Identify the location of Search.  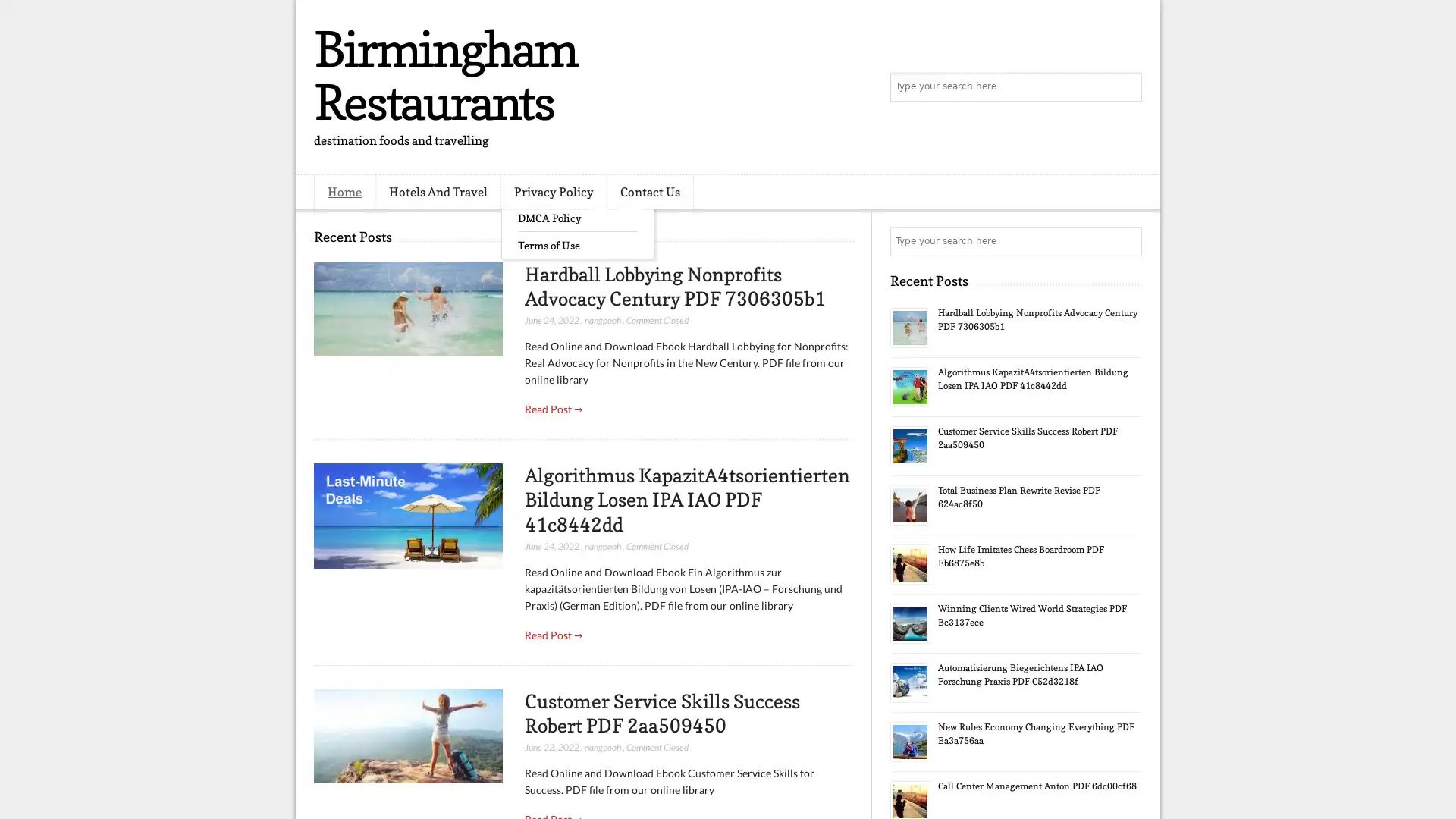
(1126, 87).